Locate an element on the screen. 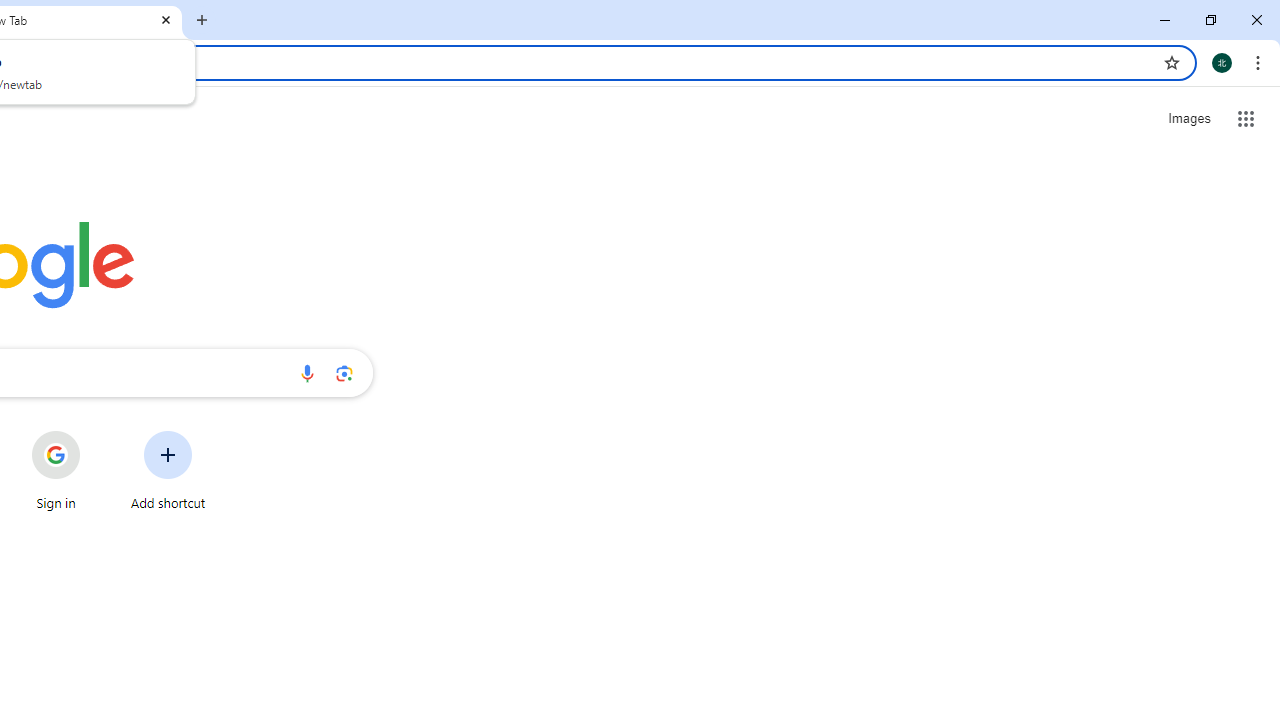 This screenshot has width=1280, height=720. 'Search for Images ' is located at coordinates (1189, 119).